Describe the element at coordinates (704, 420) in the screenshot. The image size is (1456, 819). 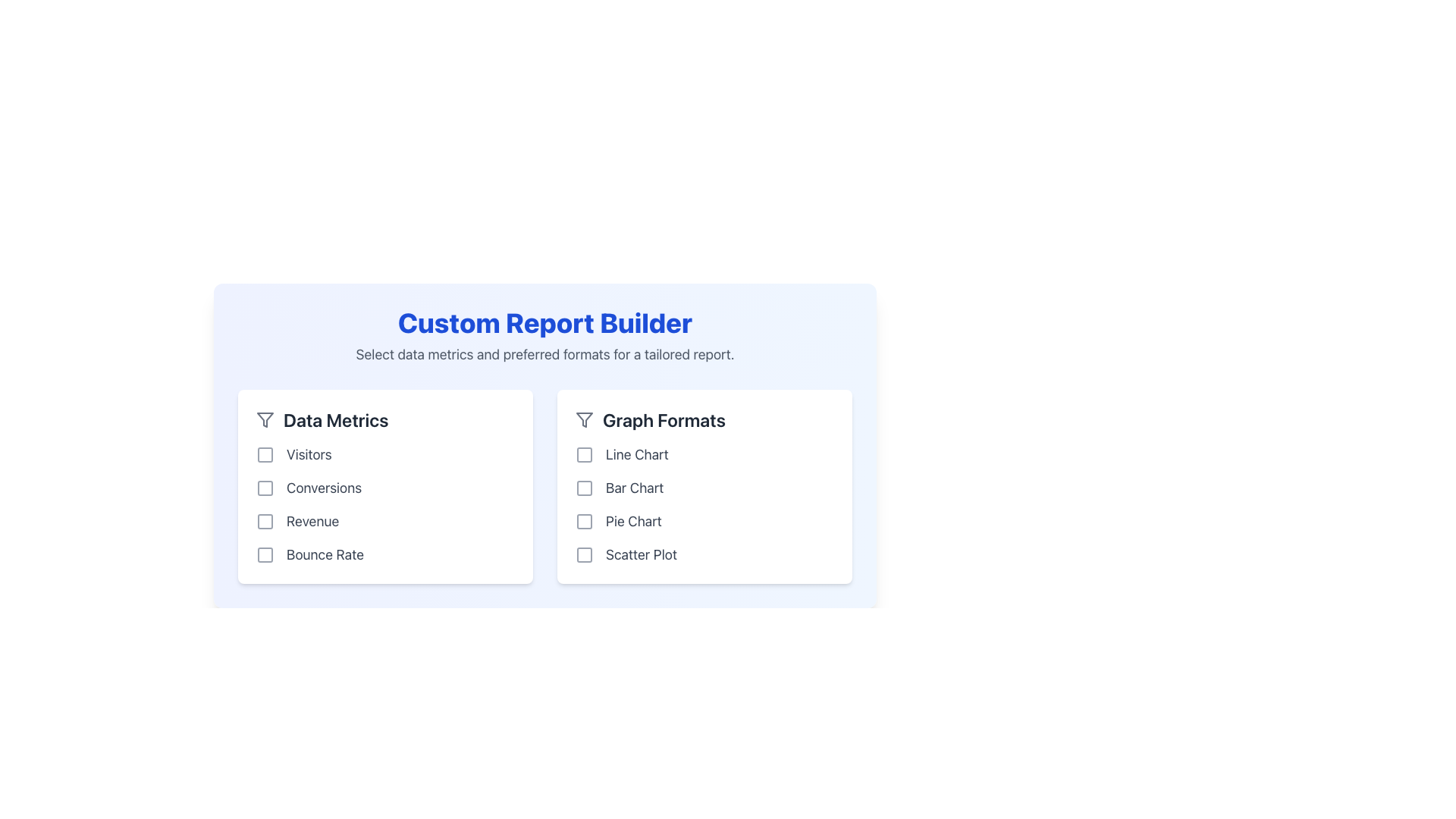
I see `the text header 'Graph Formats' with a decorative filter icon, located in the right panel of the Custom Report Builder layout` at that location.